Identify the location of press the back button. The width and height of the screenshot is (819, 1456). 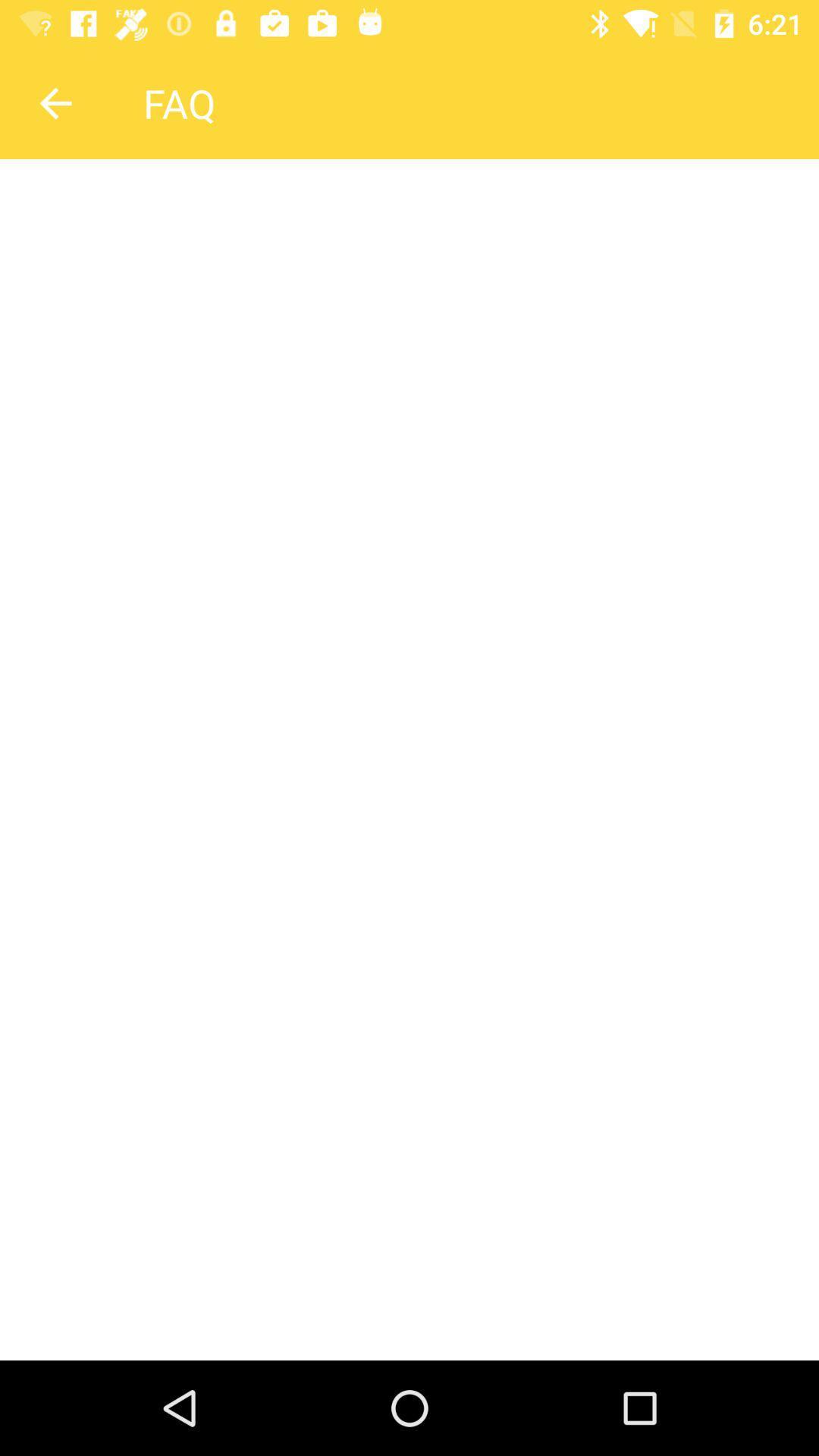
(55, 102).